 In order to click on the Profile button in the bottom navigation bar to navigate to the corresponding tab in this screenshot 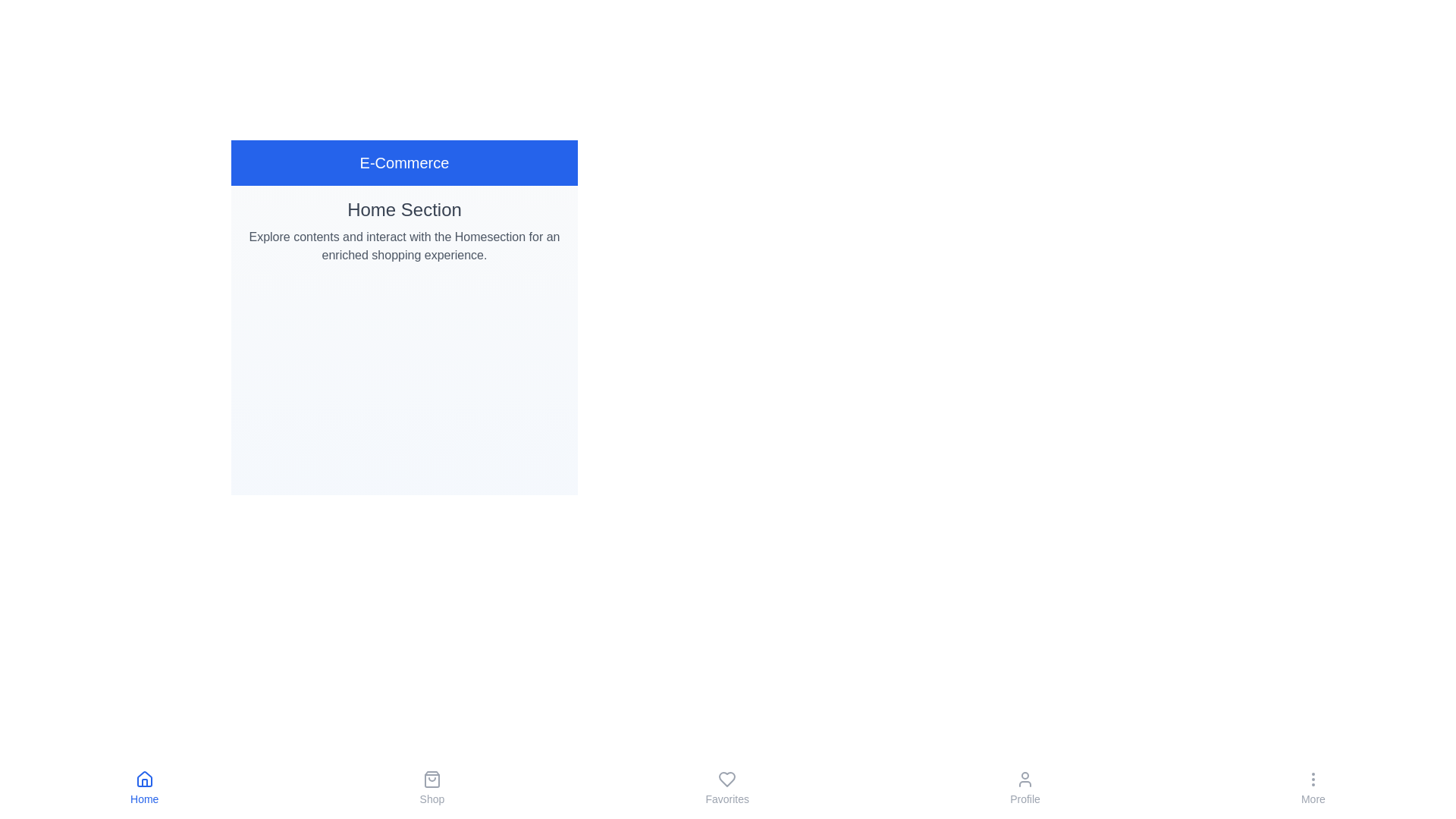, I will do `click(1025, 788)`.